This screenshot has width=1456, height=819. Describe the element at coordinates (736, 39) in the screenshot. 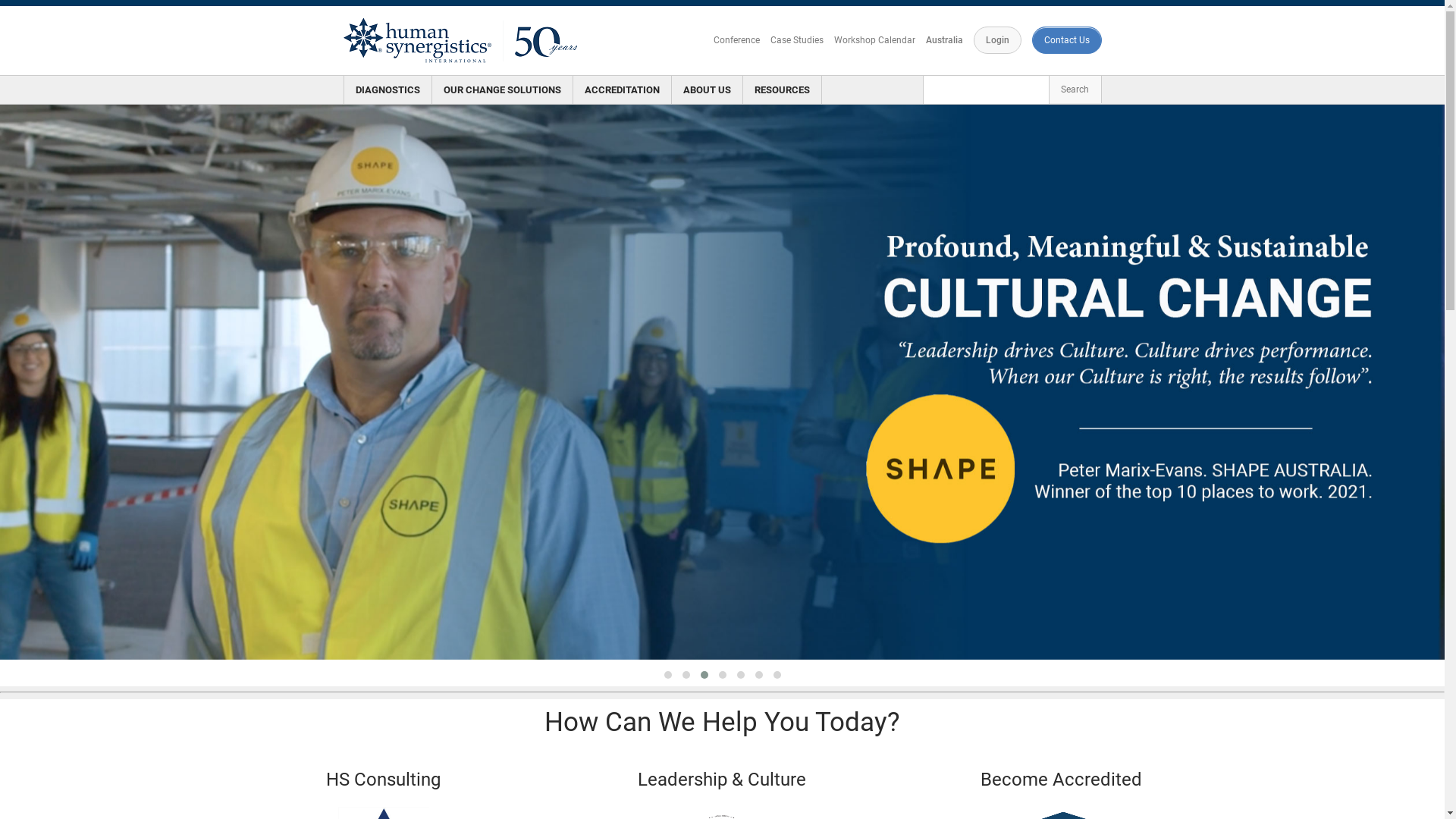

I see `'Conference'` at that location.